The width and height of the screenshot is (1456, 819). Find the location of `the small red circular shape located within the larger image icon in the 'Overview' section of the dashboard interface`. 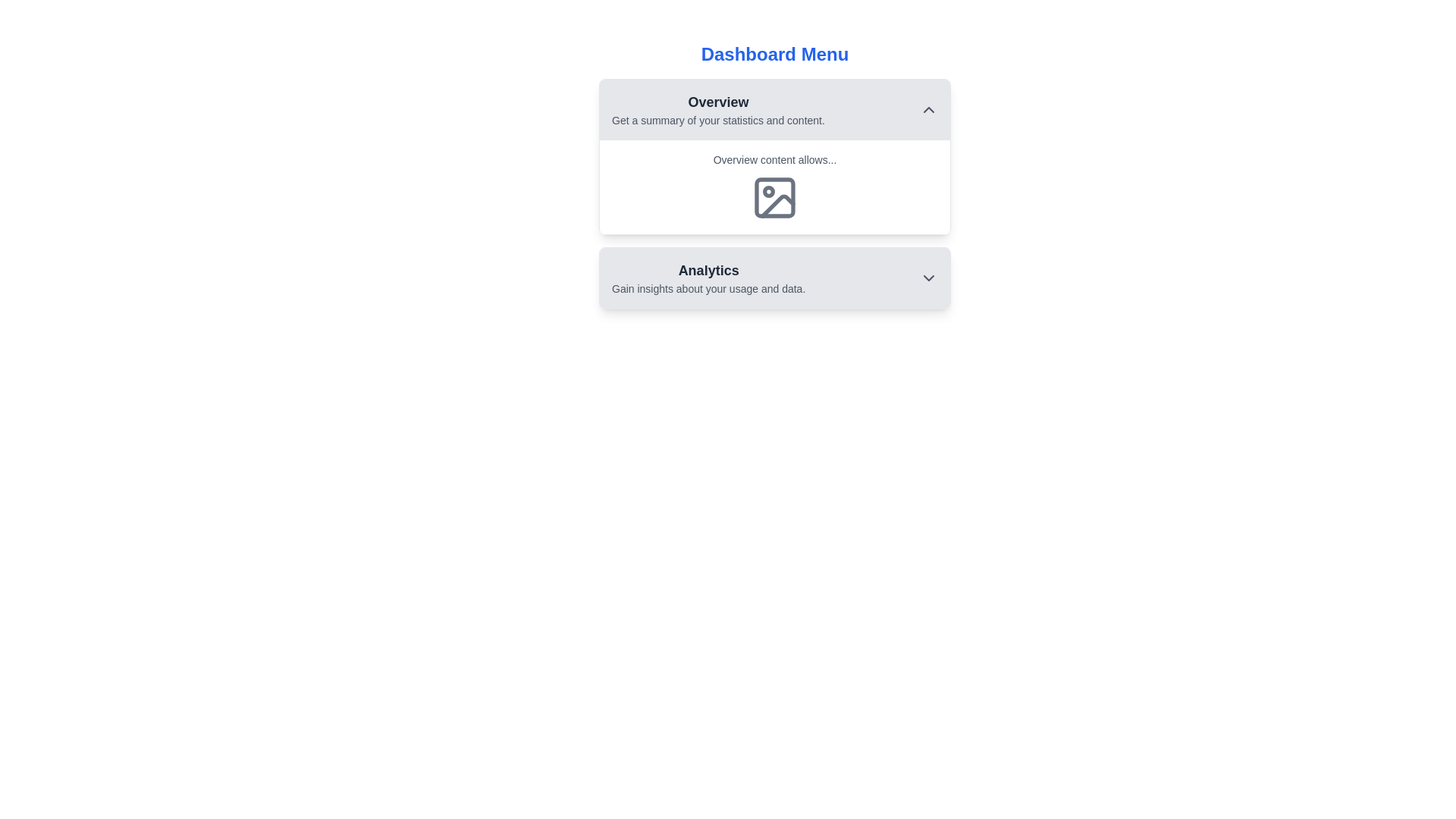

the small red circular shape located within the larger image icon in the 'Overview' section of the dashboard interface is located at coordinates (768, 191).